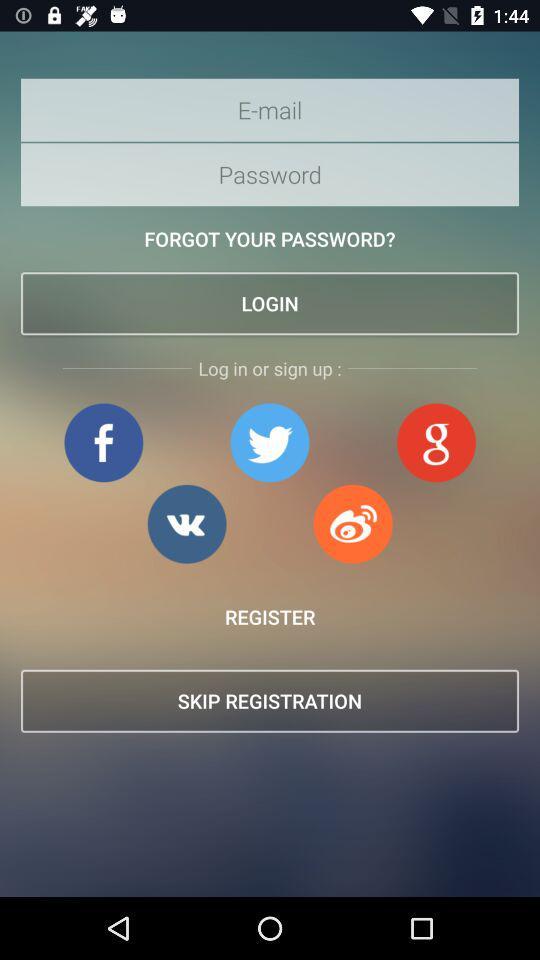 The width and height of the screenshot is (540, 960). What do you see at coordinates (435, 442) in the screenshot?
I see `open google` at bounding box center [435, 442].